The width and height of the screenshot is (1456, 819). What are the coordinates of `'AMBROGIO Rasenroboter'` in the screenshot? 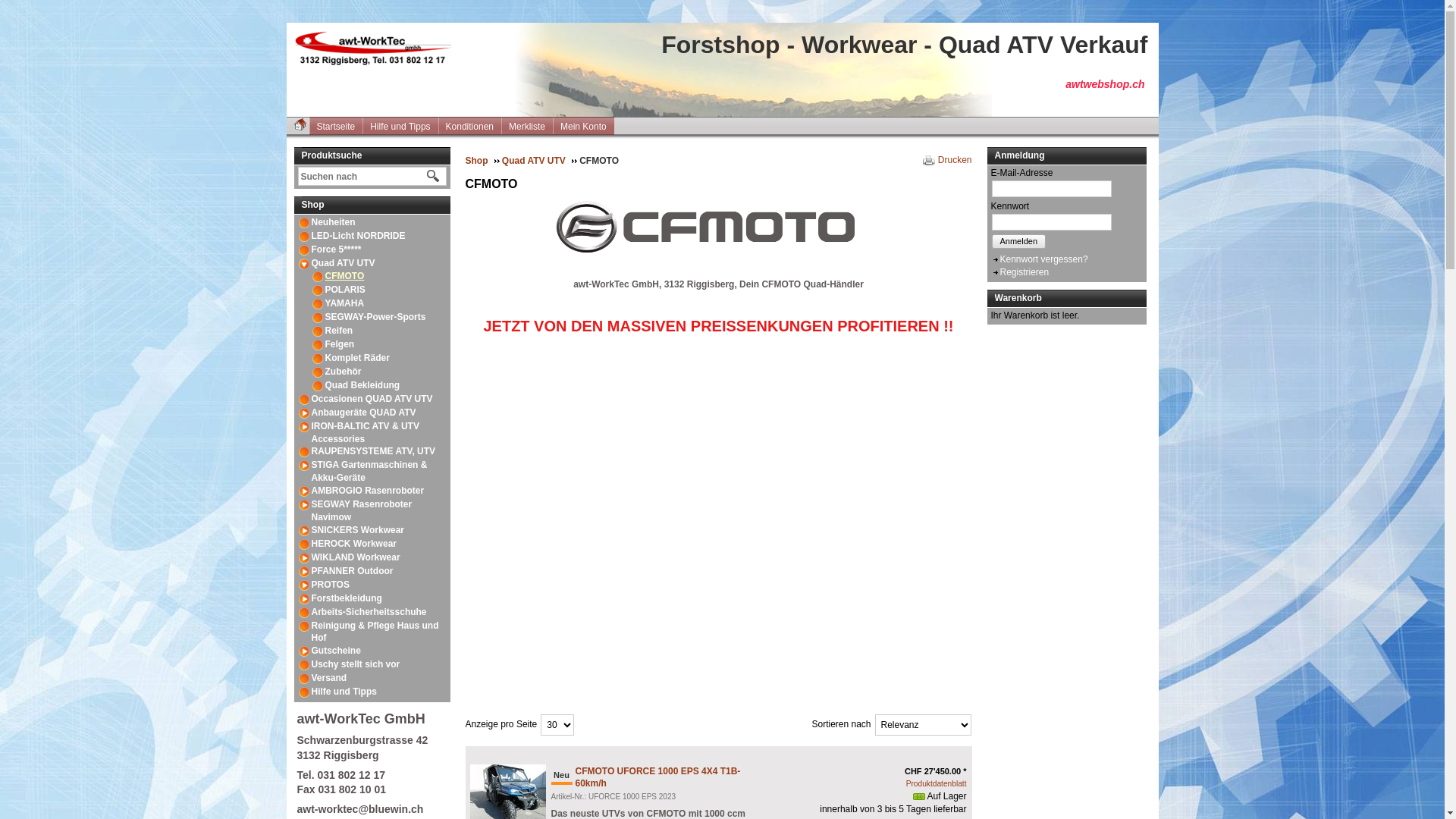 It's located at (368, 491).